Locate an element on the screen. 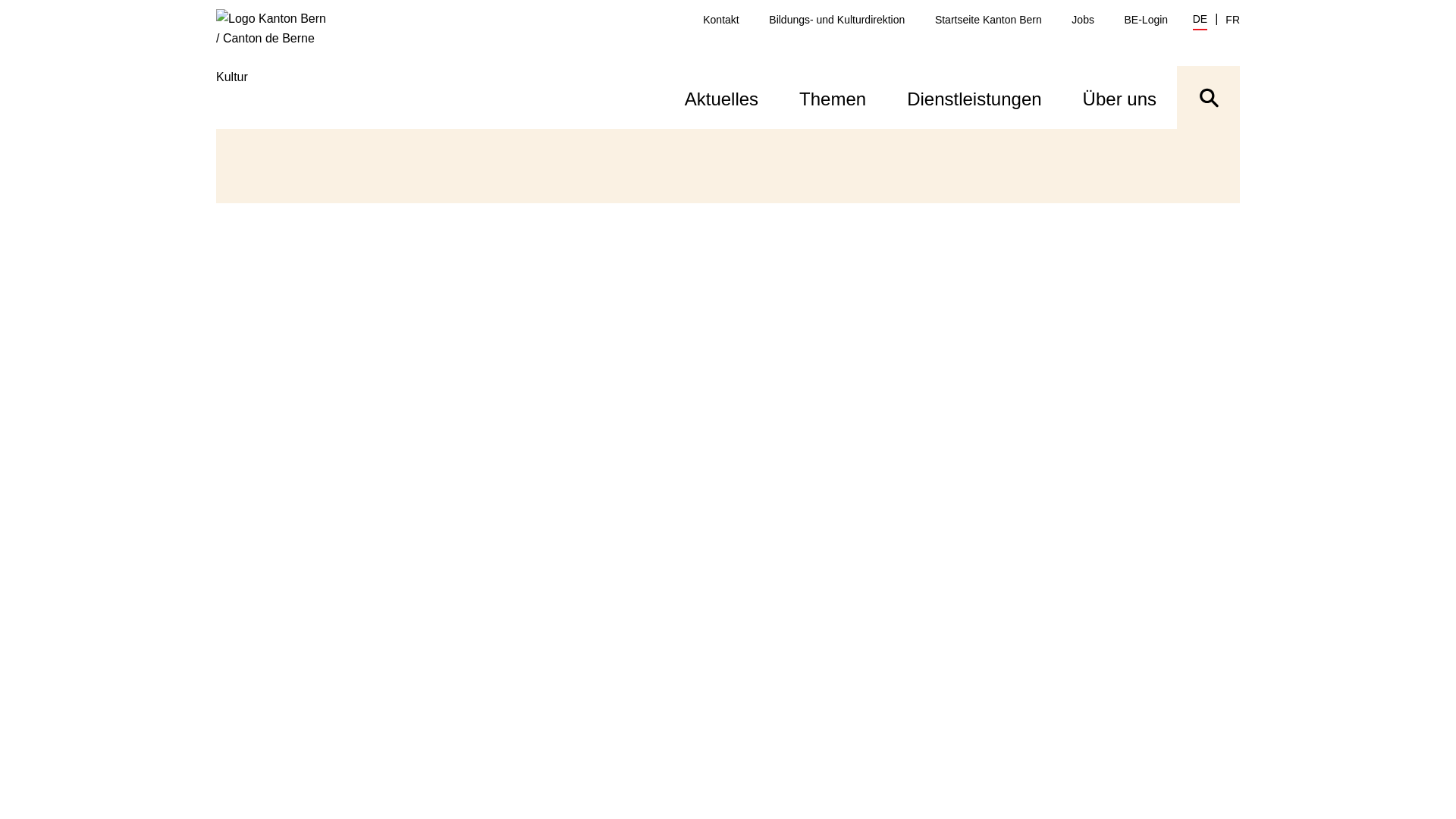 The image size is (1456, 819). 'Dienstleistungen' is located at coordinates (886, 97).